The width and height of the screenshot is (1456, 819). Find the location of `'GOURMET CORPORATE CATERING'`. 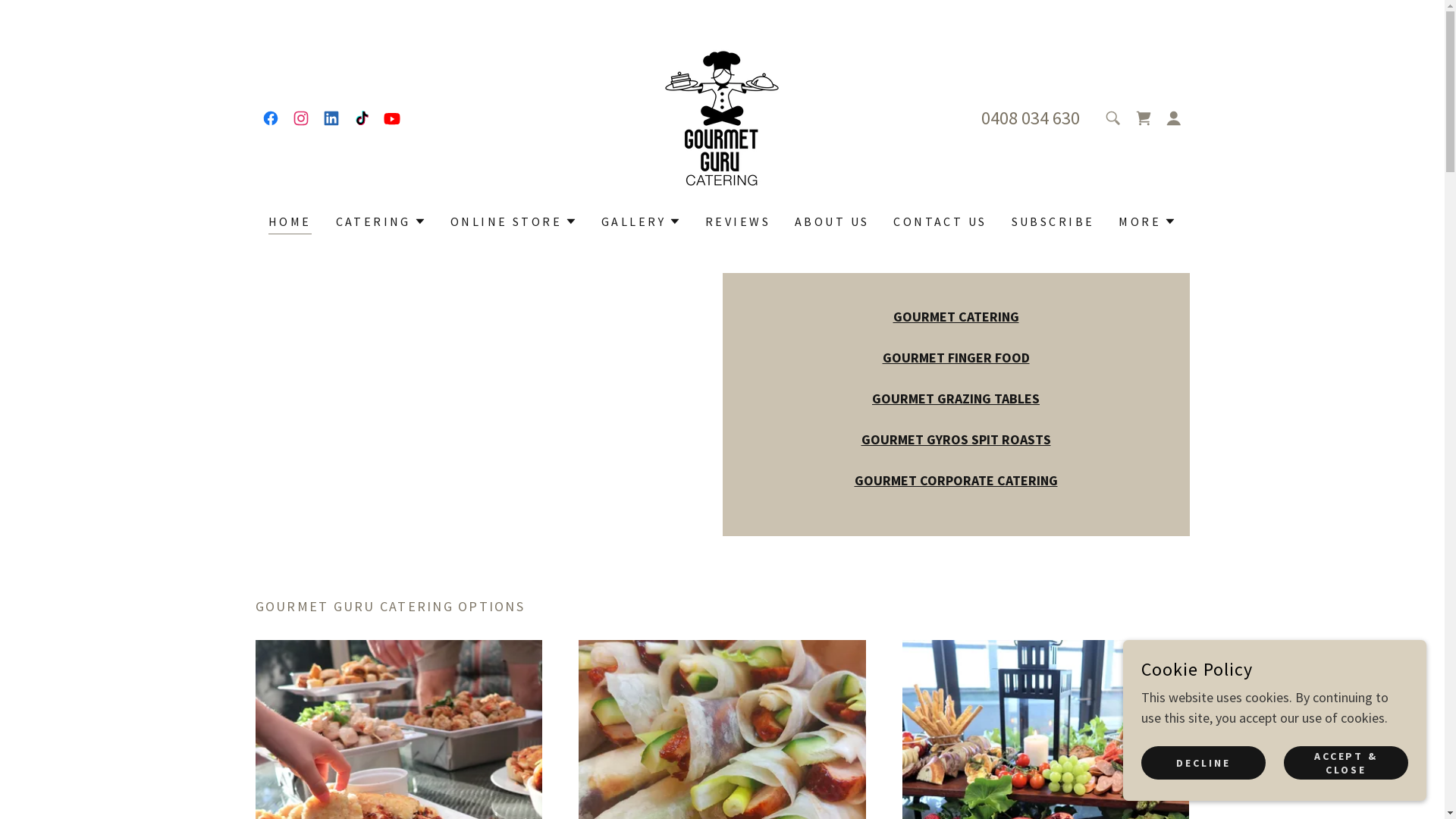

'GOURMET CORPORATE CATERING' is located at coordinates (854, 480).